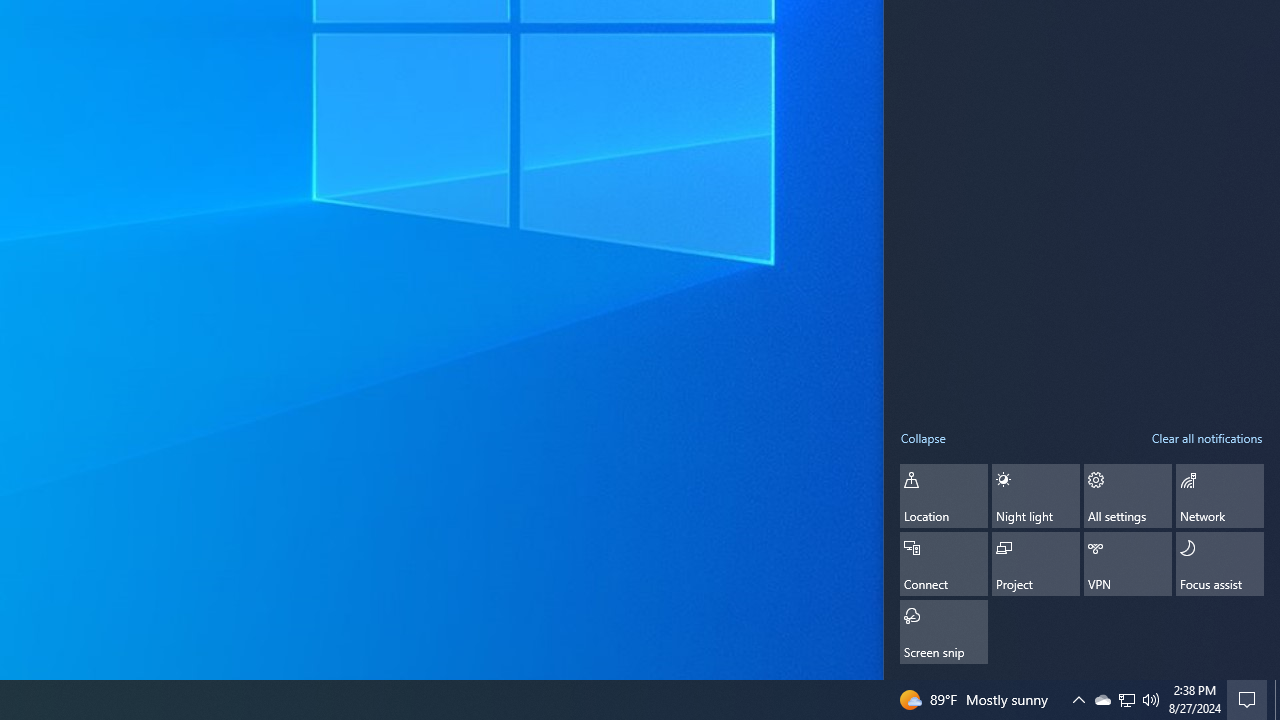  I want to click on 'Notification Chevron', so click(1078, 698).